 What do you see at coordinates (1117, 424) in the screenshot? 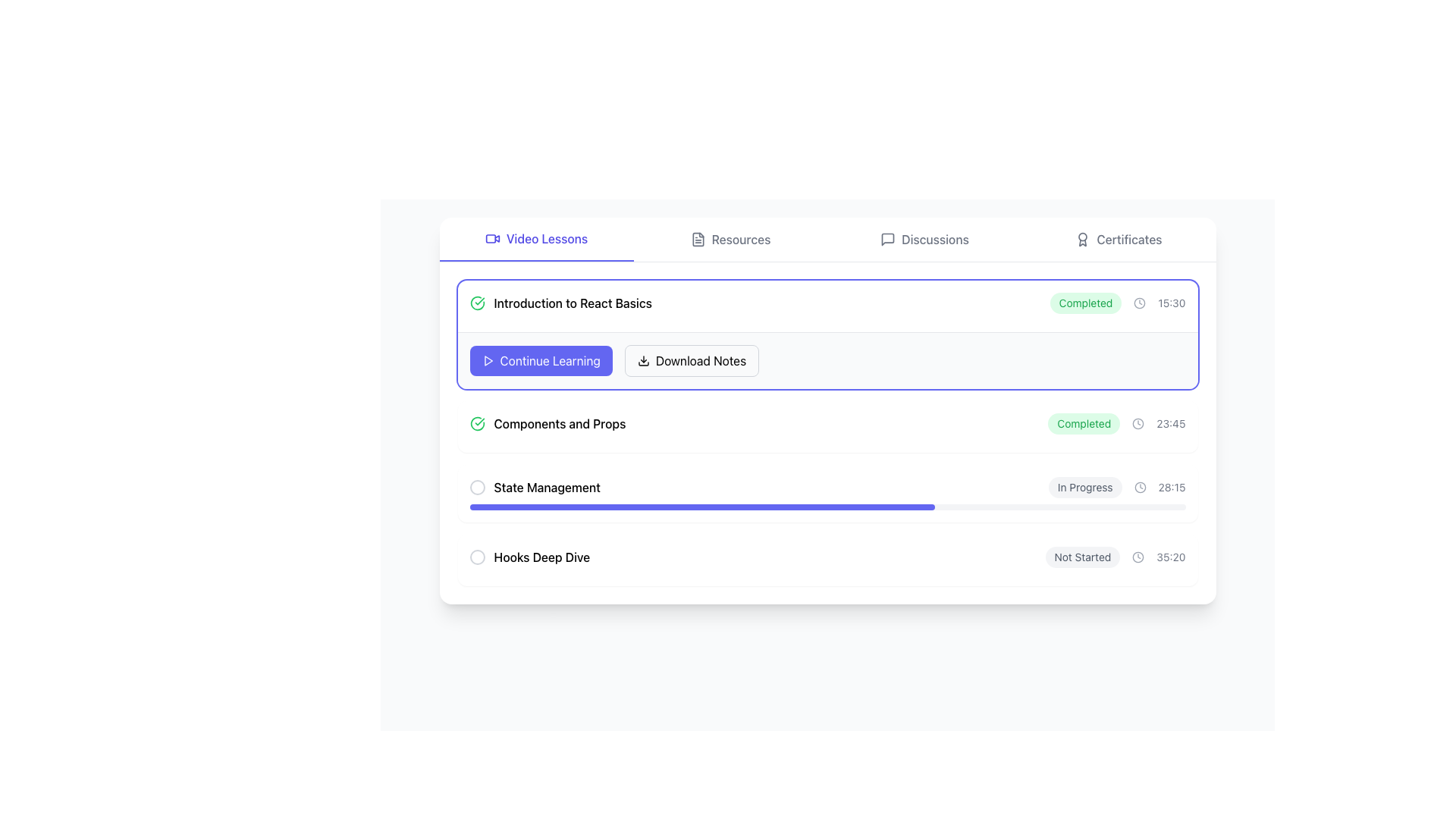
I see `the 'Completed' label element with a green badge and gray clock icon located in the 'Components and Props' section, positioned next to the right of the item's title and below the completion elements of 'Introduction to React Basics'` at bounding box center [1117, 424].